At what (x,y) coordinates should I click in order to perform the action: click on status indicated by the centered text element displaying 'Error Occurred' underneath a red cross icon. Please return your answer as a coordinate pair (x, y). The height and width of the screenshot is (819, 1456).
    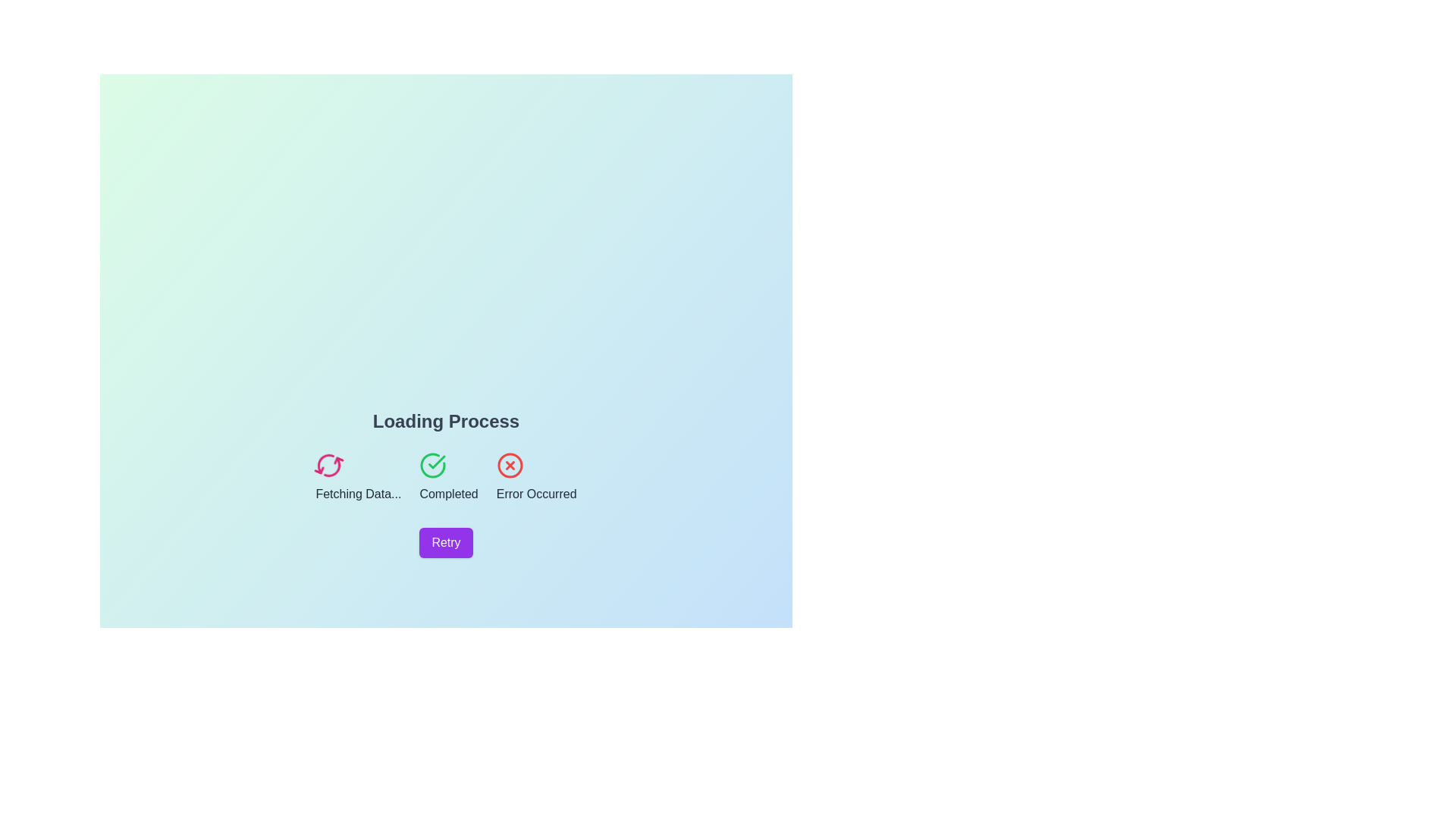
    Looking at the image, I should click on (536, 476).